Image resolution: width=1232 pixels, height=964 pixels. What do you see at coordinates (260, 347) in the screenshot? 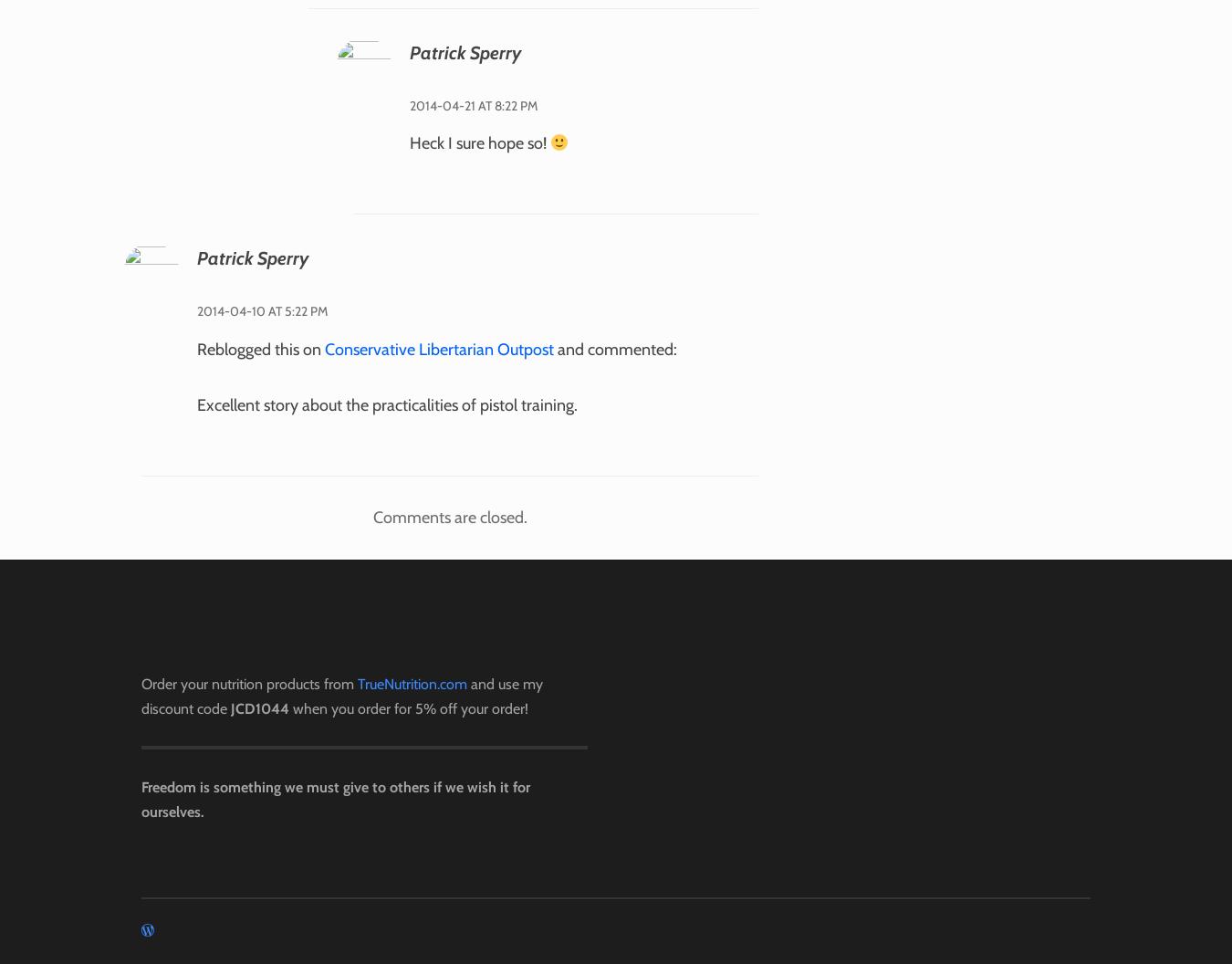
I see `'Reblogged this on'` at bounding box center [260, 347].